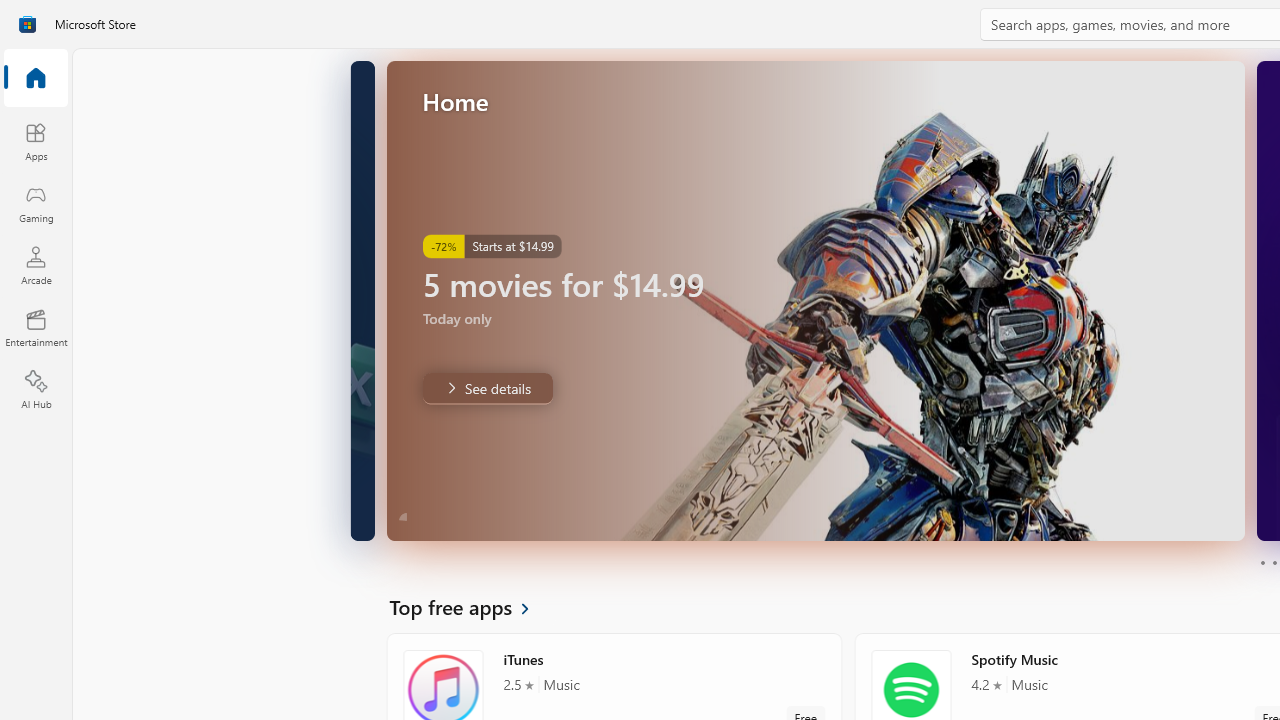 The height and width of the screenshot is (720, 1280). Describe the element at coordinates (35, 203) in the screenshot. I see `'Gaming'` at that location.